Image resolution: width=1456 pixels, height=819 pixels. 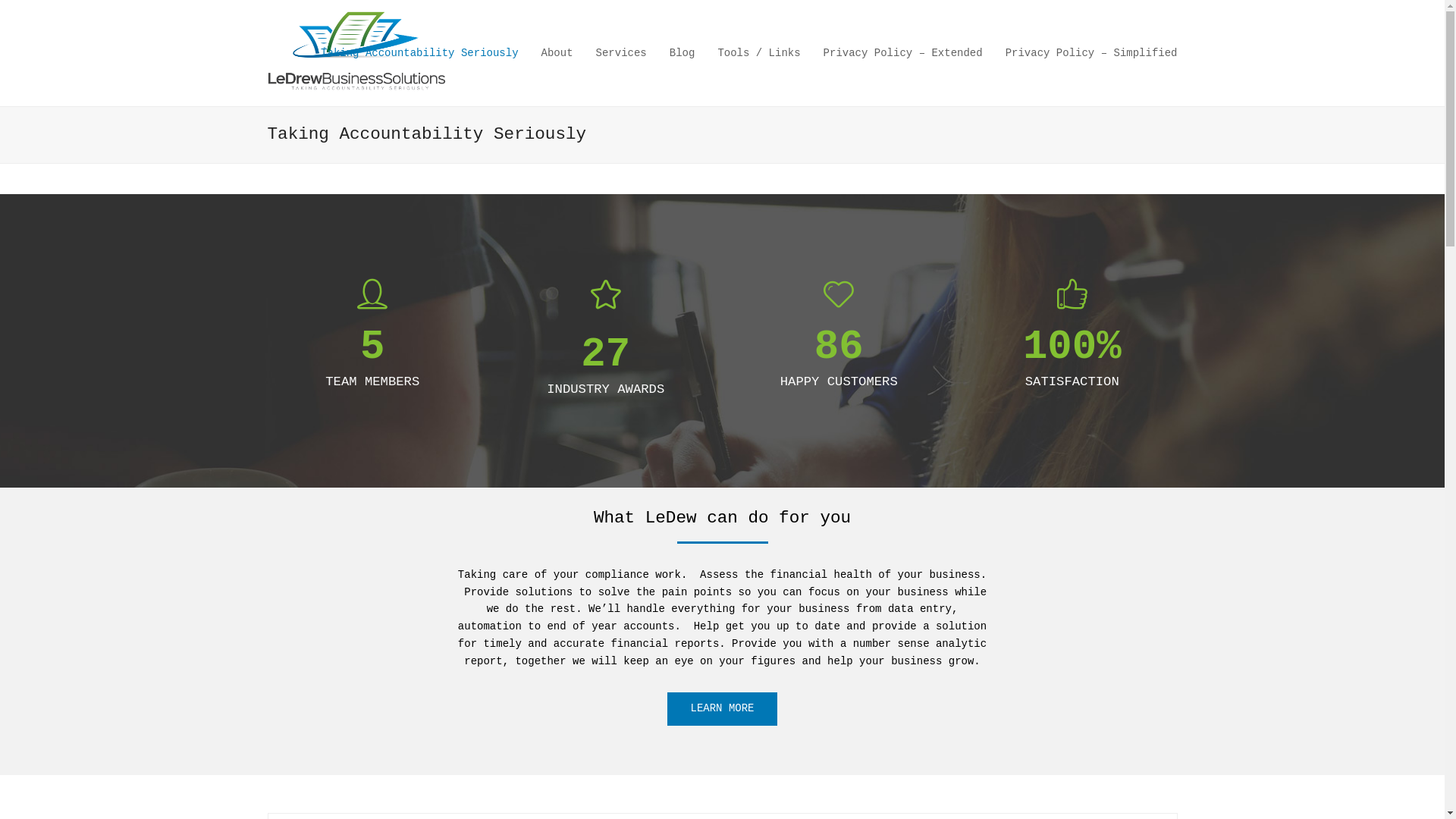 What do you see at coordinates (720, 708) in the screenshot?
I see `'LEARN MORE'` at bounding box center [720, 708].